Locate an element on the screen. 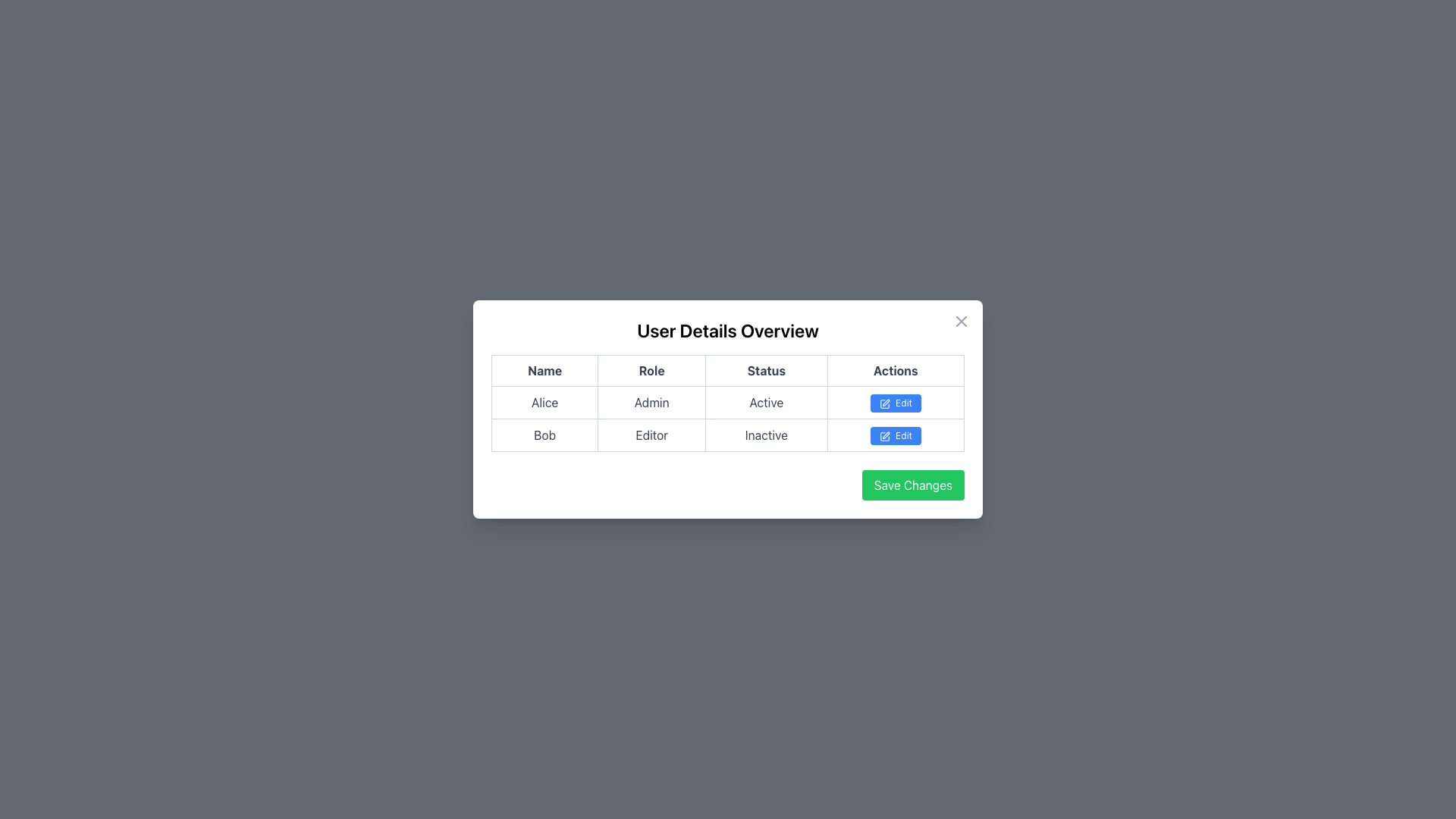 This screenshot has width=1456, height=819. the Label displaying 'Alice' which is located at the top left of a row in a structured table, directly below the 'Name' column header is located at coordinates (544, 402).